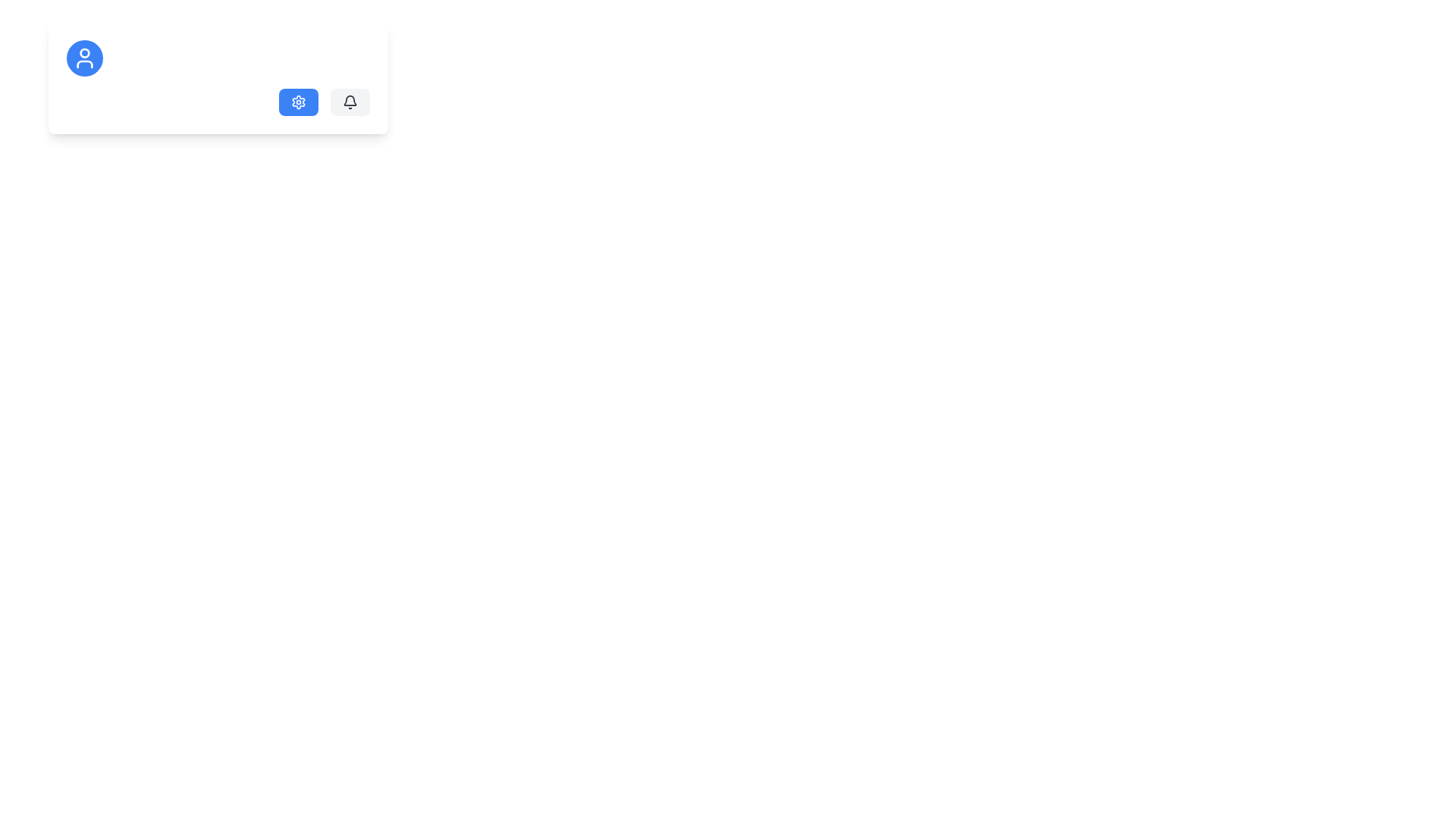  I want to click on the settings button located in the top-right section of the interface, adjacent to the notification bell icon, so click(298, 102).